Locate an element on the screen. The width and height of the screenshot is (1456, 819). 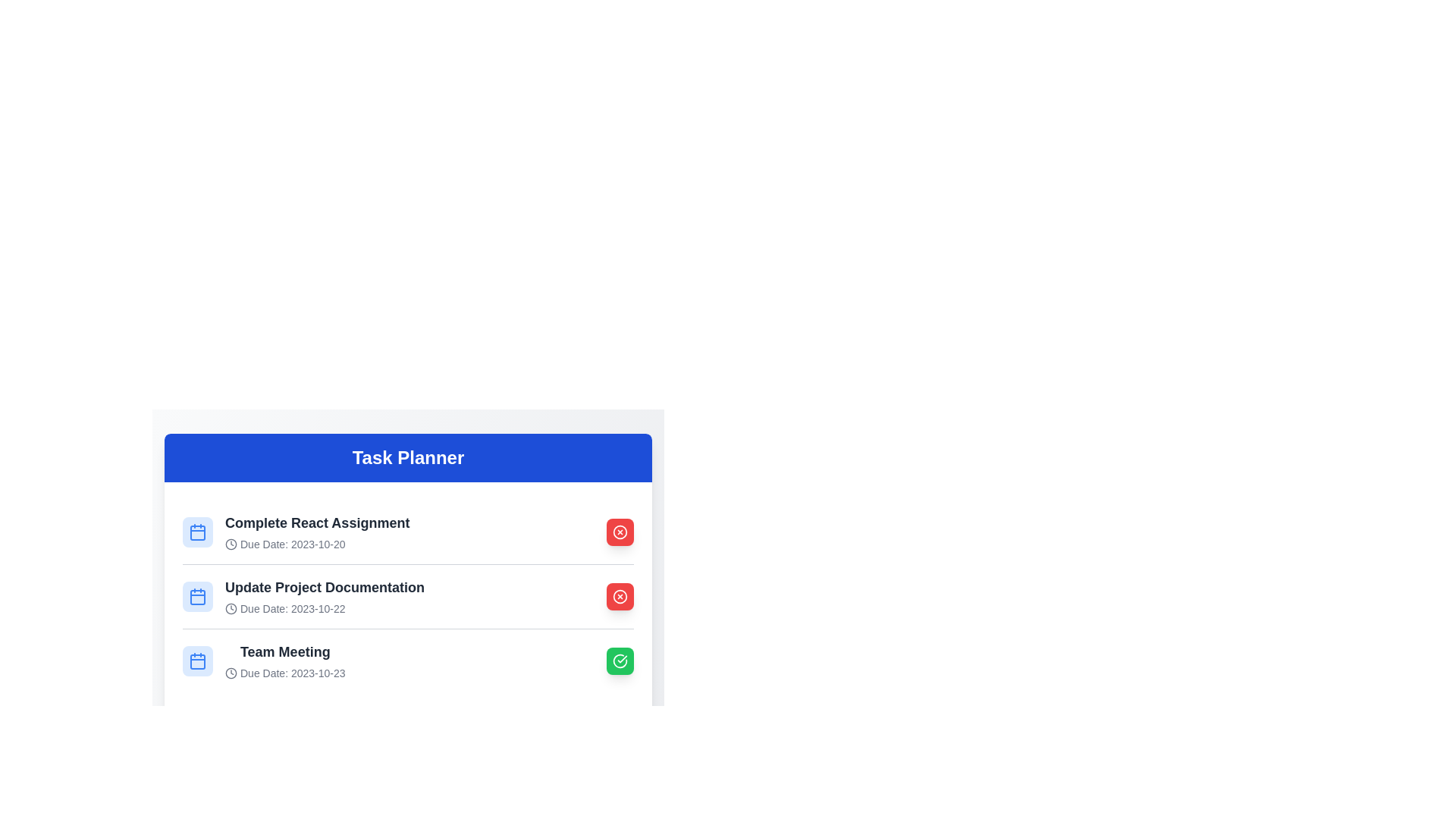
the 'Team Meeting' task entry block, which is the third item under 'Task Planner' is located at coordinates (408, 660).